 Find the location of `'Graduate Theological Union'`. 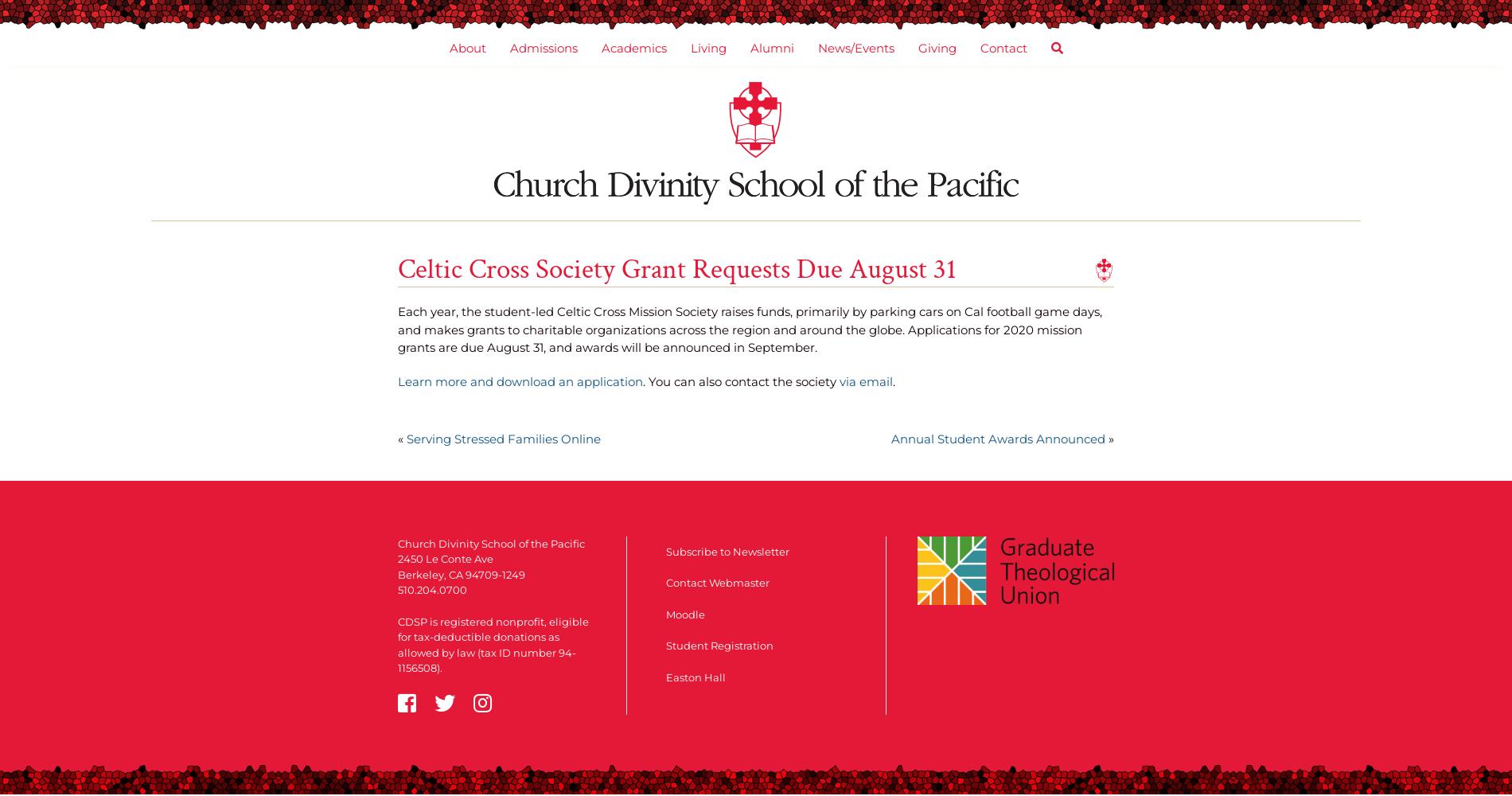

'Graduate Theological Union' is located at coordinates (804, 152).